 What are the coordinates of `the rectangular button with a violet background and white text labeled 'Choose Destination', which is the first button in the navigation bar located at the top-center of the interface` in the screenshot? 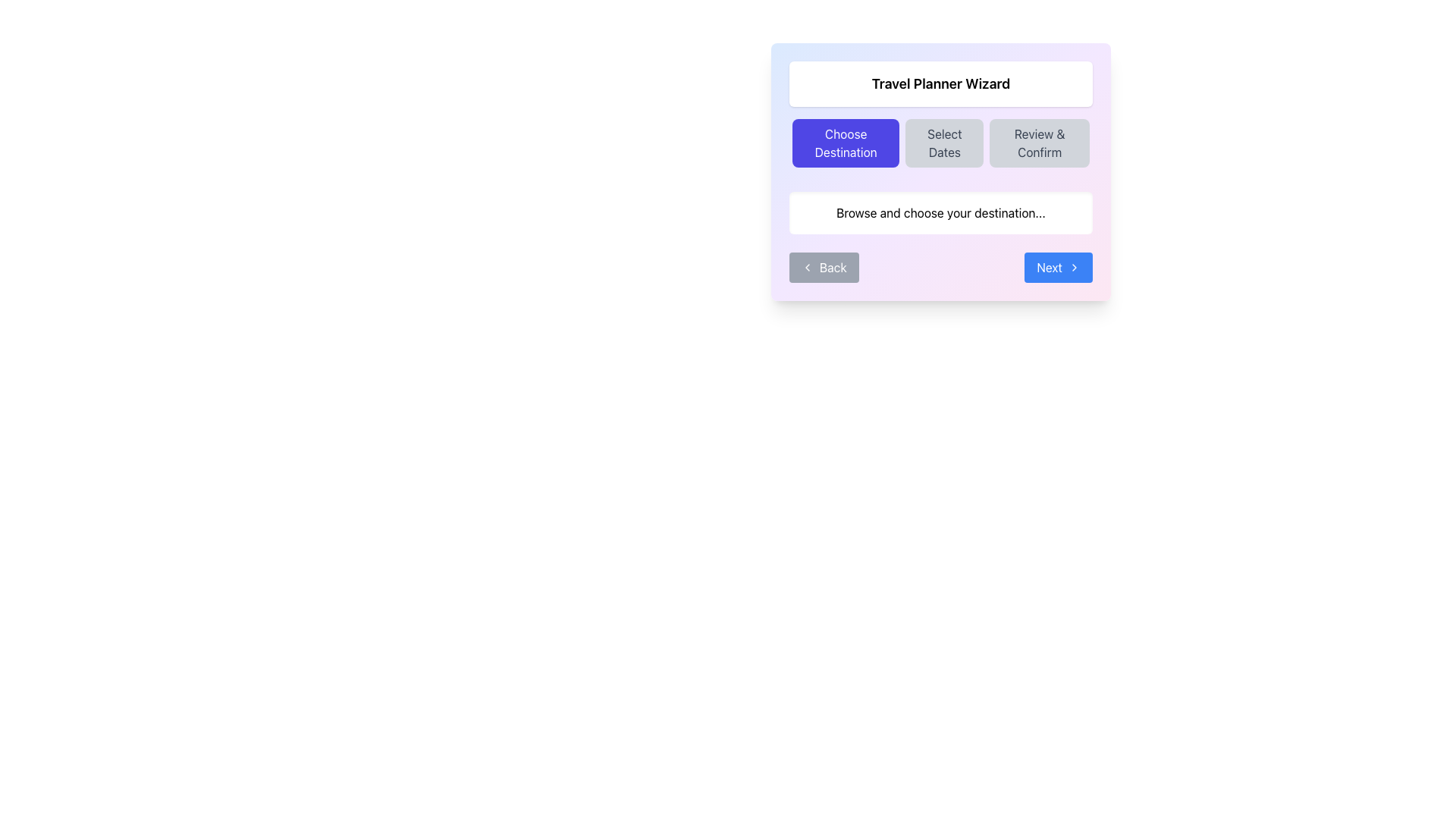 It's located at (845, 143).